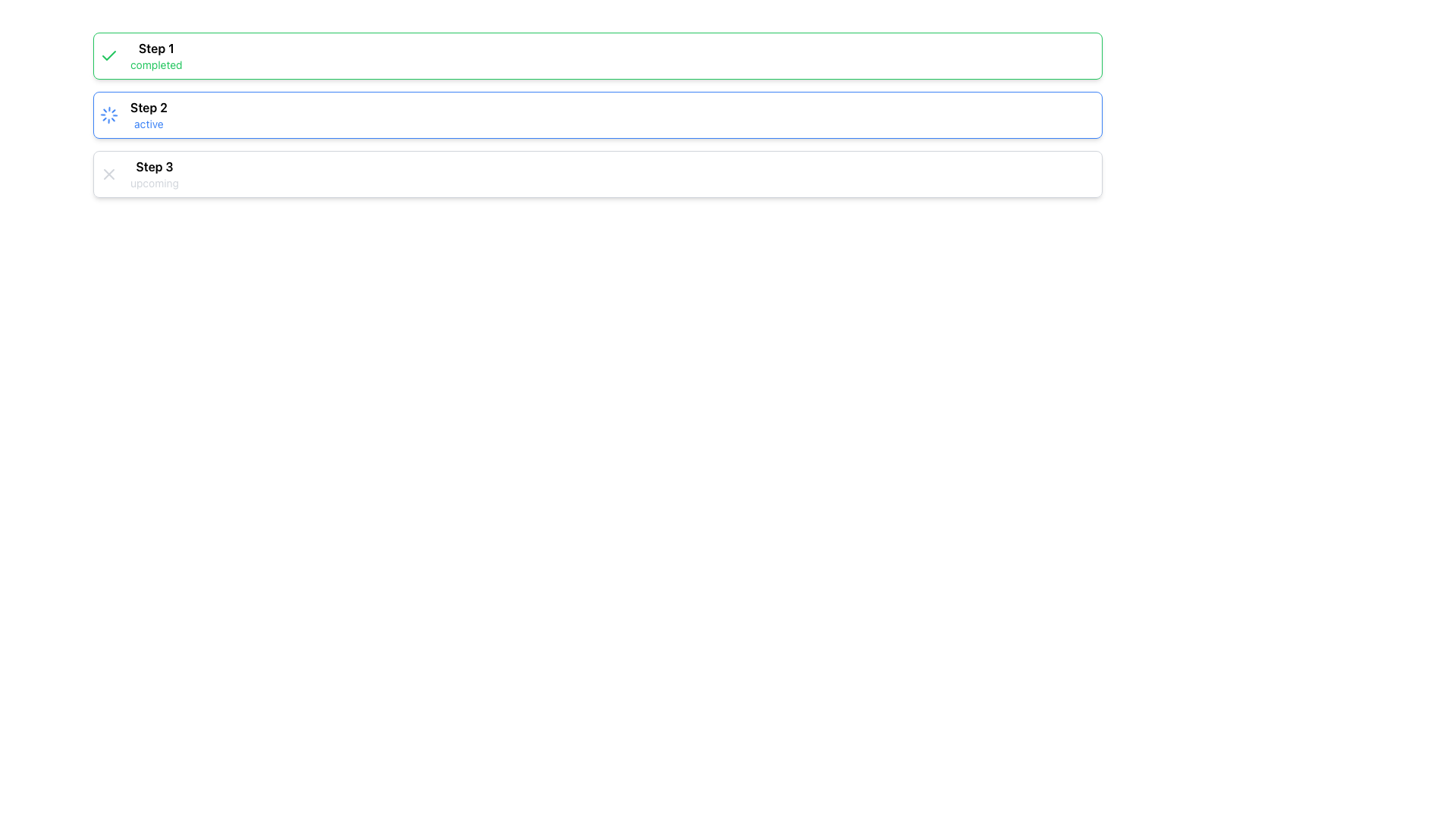 This screenshot has width=1456, height=819. I want to click on the informational text label displaying 'upcoming', which is styled with a smaller font size and light gray color, located under the 'Step 3' label, so click(154, 183).